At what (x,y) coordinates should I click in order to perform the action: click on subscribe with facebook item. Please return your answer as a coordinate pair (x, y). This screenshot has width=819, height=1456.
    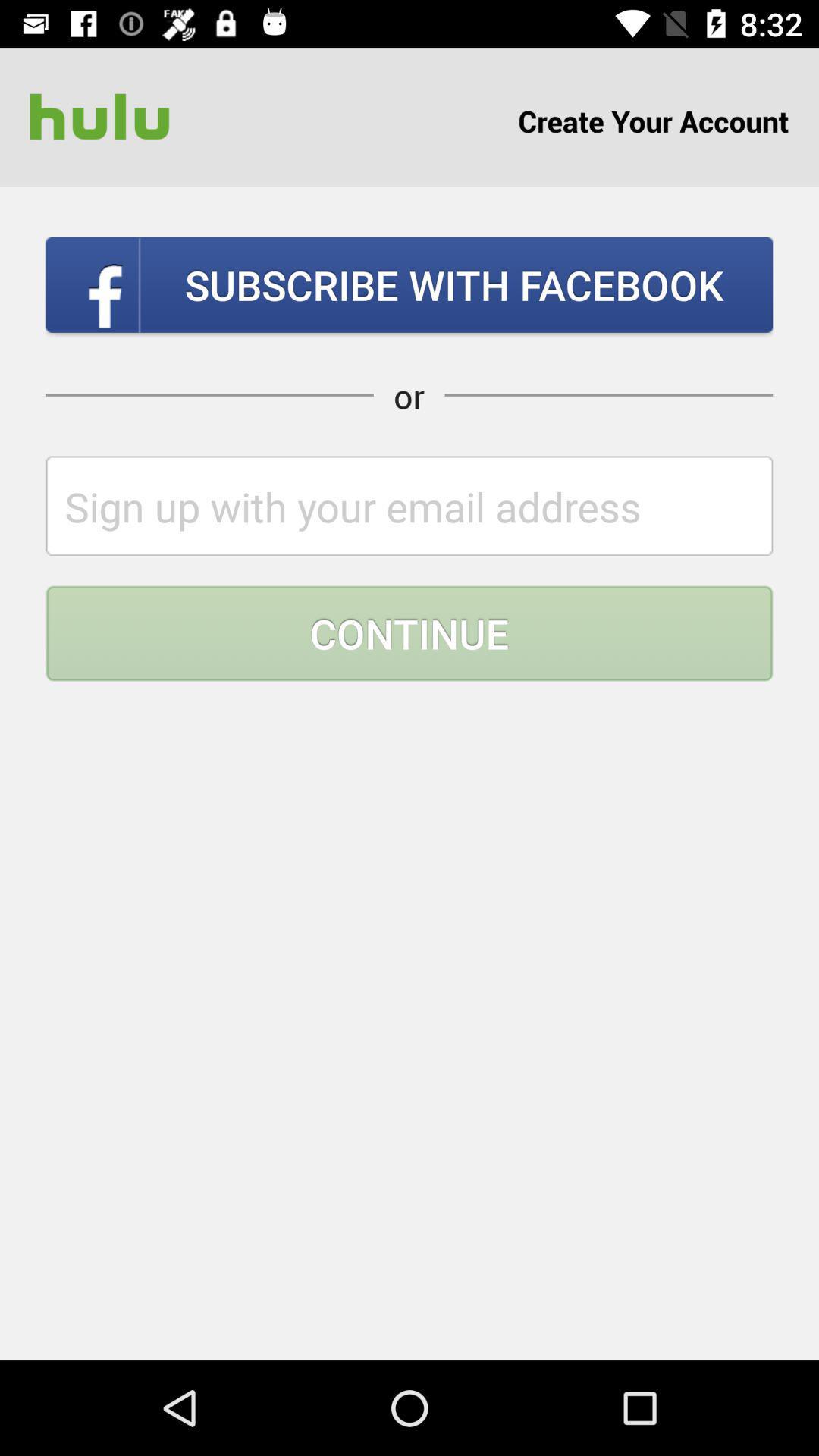
    Looking at the image, I should click on (409, 284).